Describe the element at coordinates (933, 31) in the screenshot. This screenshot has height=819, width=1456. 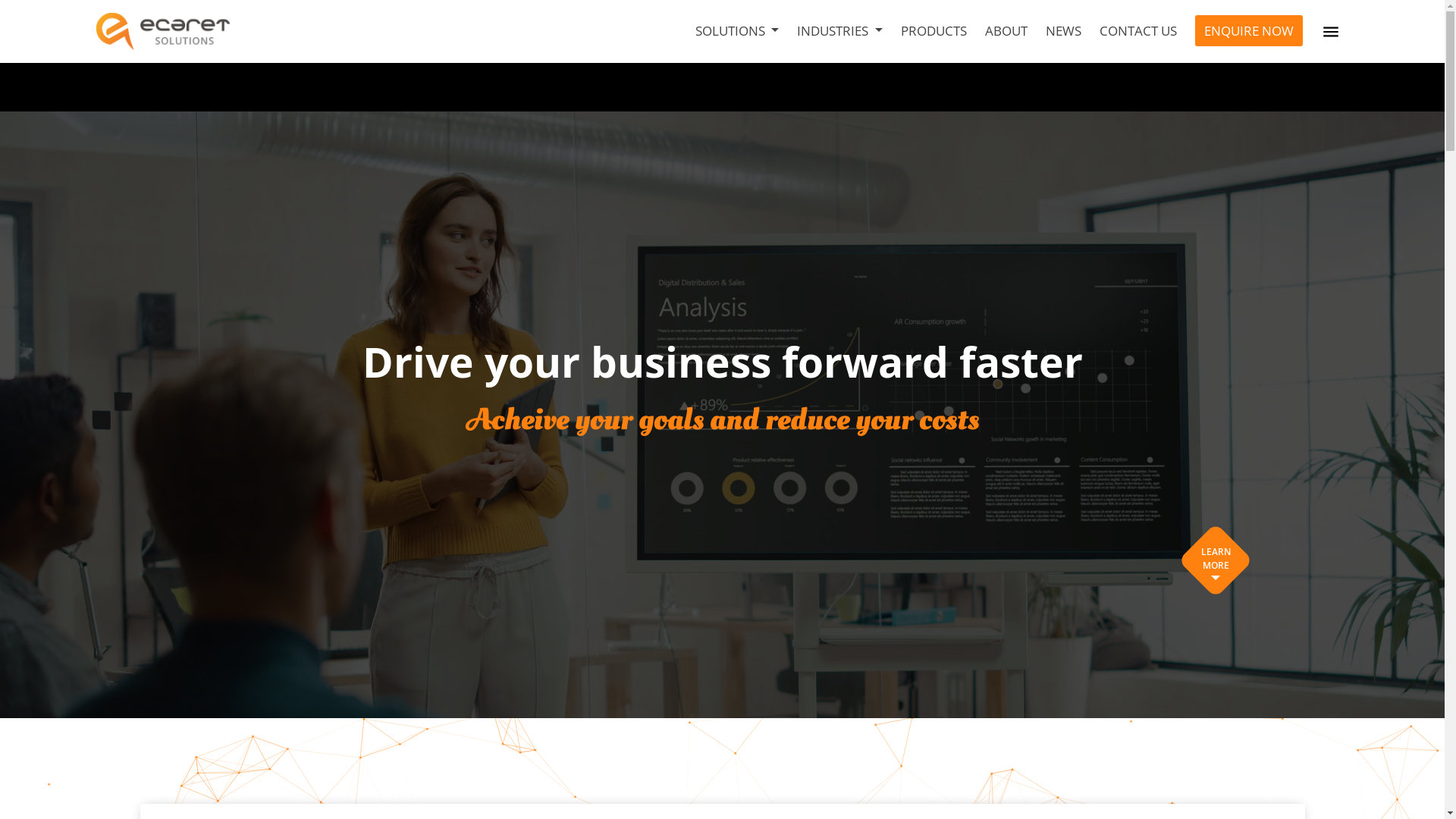
I see `'PRODUCTS'` at that location.